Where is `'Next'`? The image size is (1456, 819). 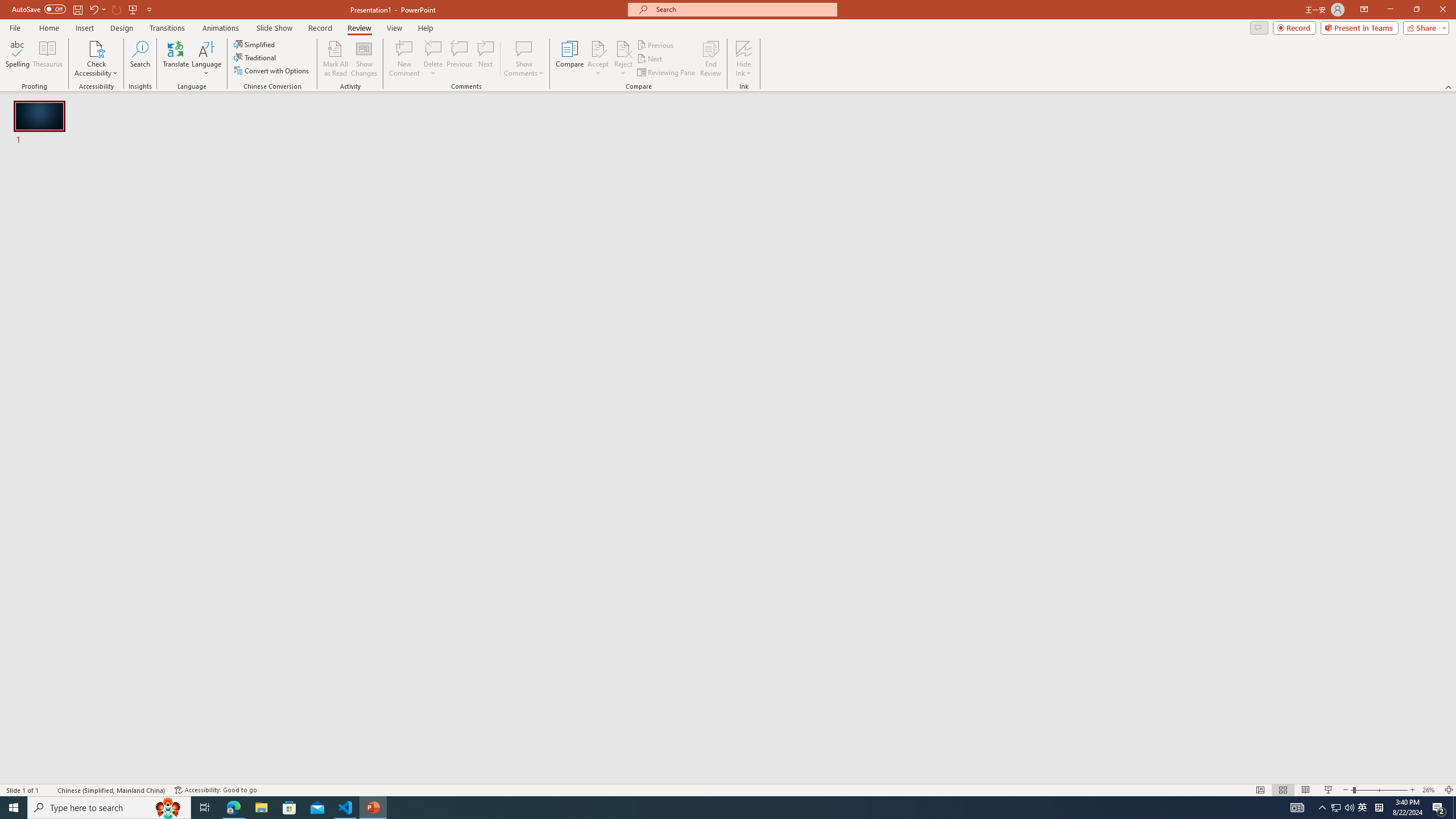 'Next' is located at coordinates (650, 59).